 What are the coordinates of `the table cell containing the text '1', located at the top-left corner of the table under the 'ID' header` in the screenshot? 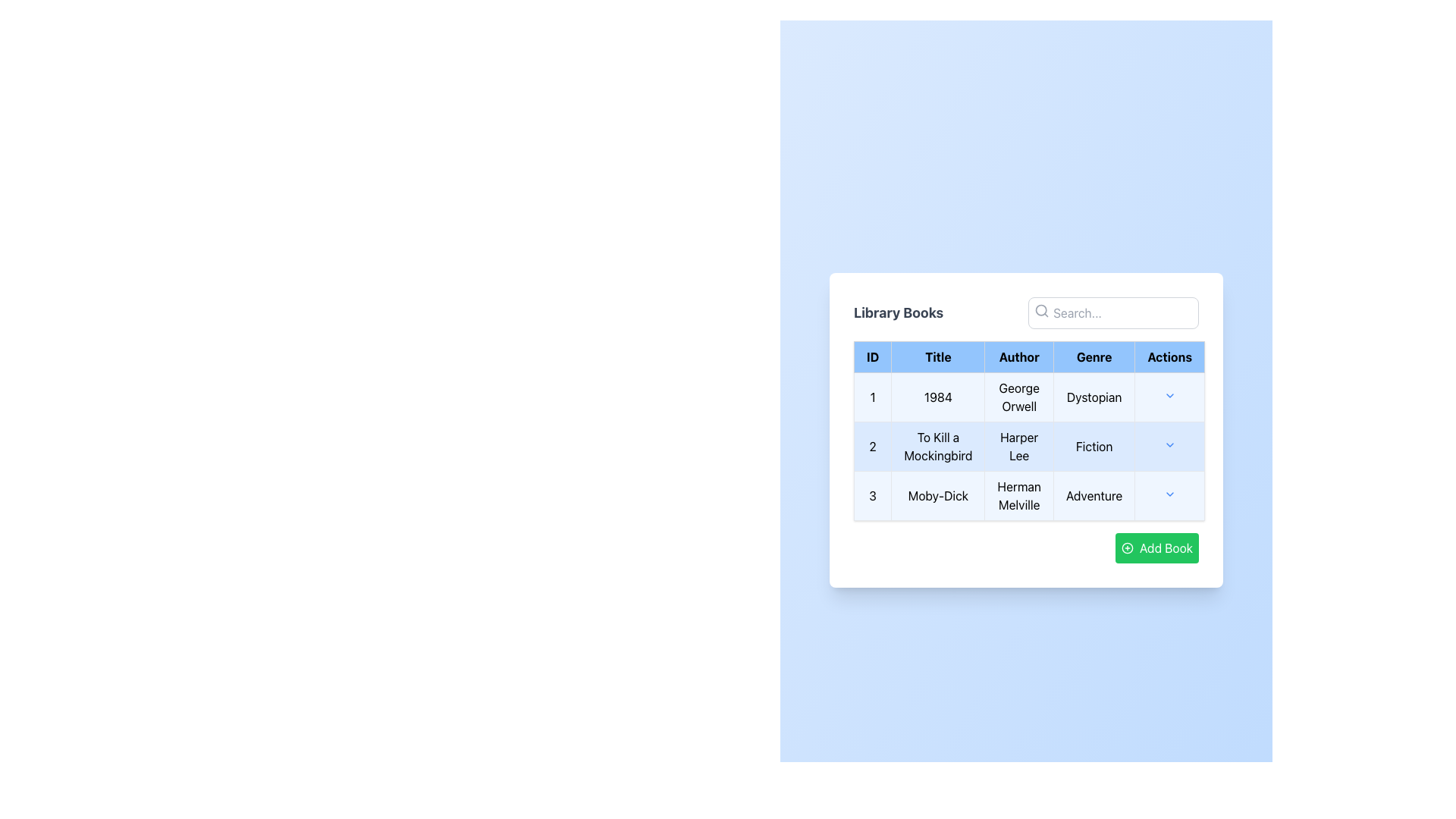 It's located at (873, 396).